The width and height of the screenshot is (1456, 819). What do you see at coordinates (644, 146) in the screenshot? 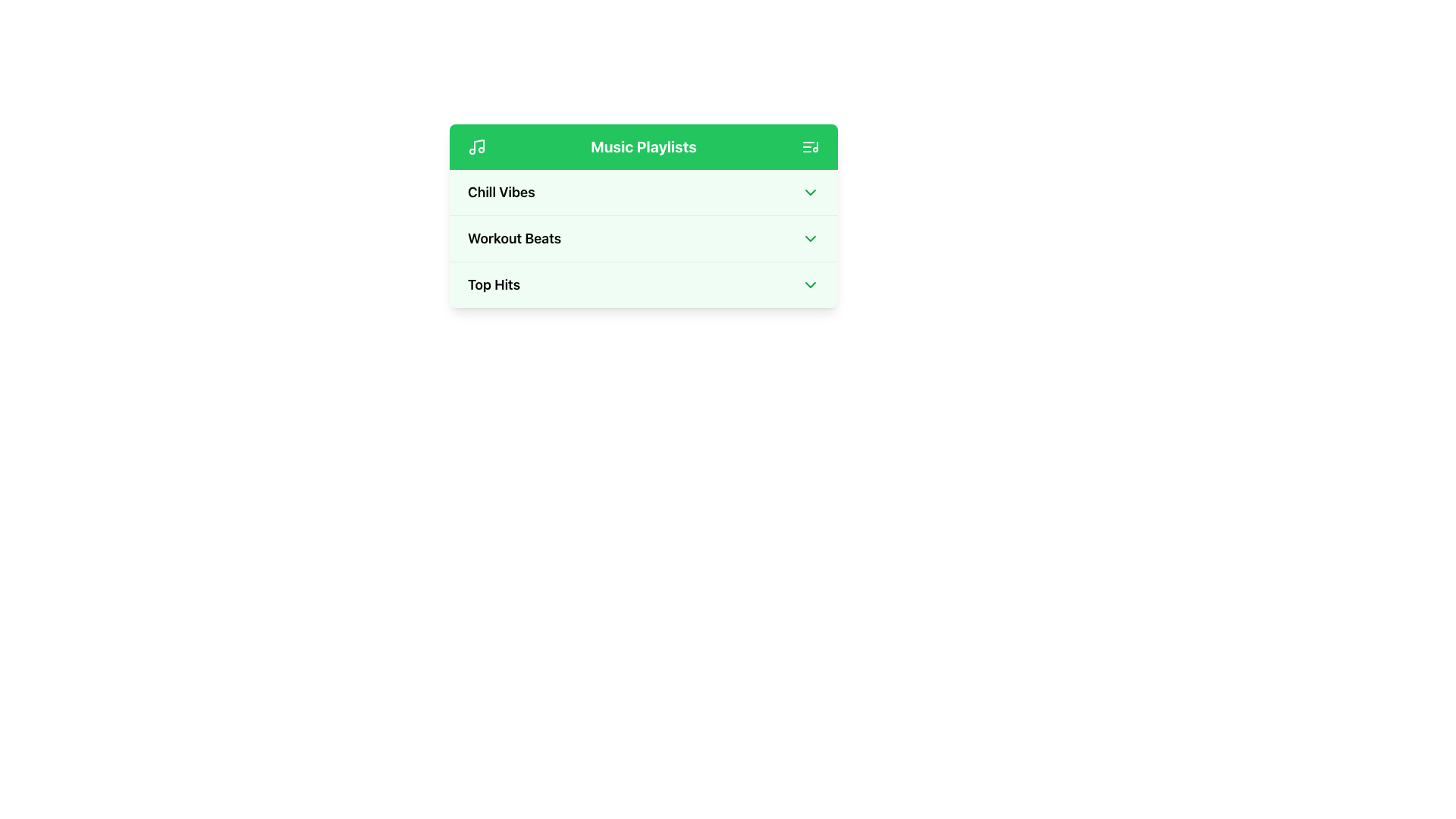
I see `the 'Music Playlists' text label, which is a bold, large white font centered in a green rectangular header area with rounded corners` at bounding box center [644, 146].